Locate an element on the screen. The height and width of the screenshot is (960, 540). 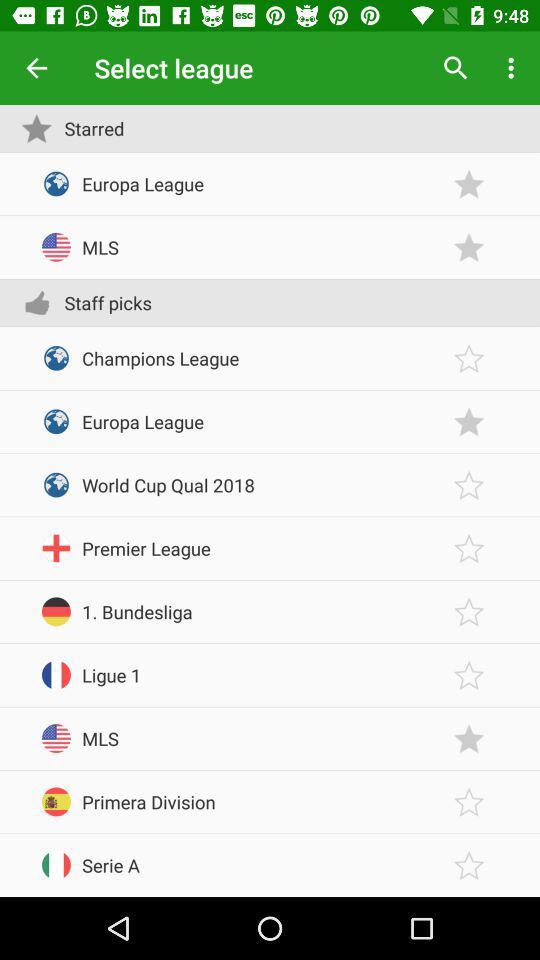
the league is located at coordinates (469, 421).